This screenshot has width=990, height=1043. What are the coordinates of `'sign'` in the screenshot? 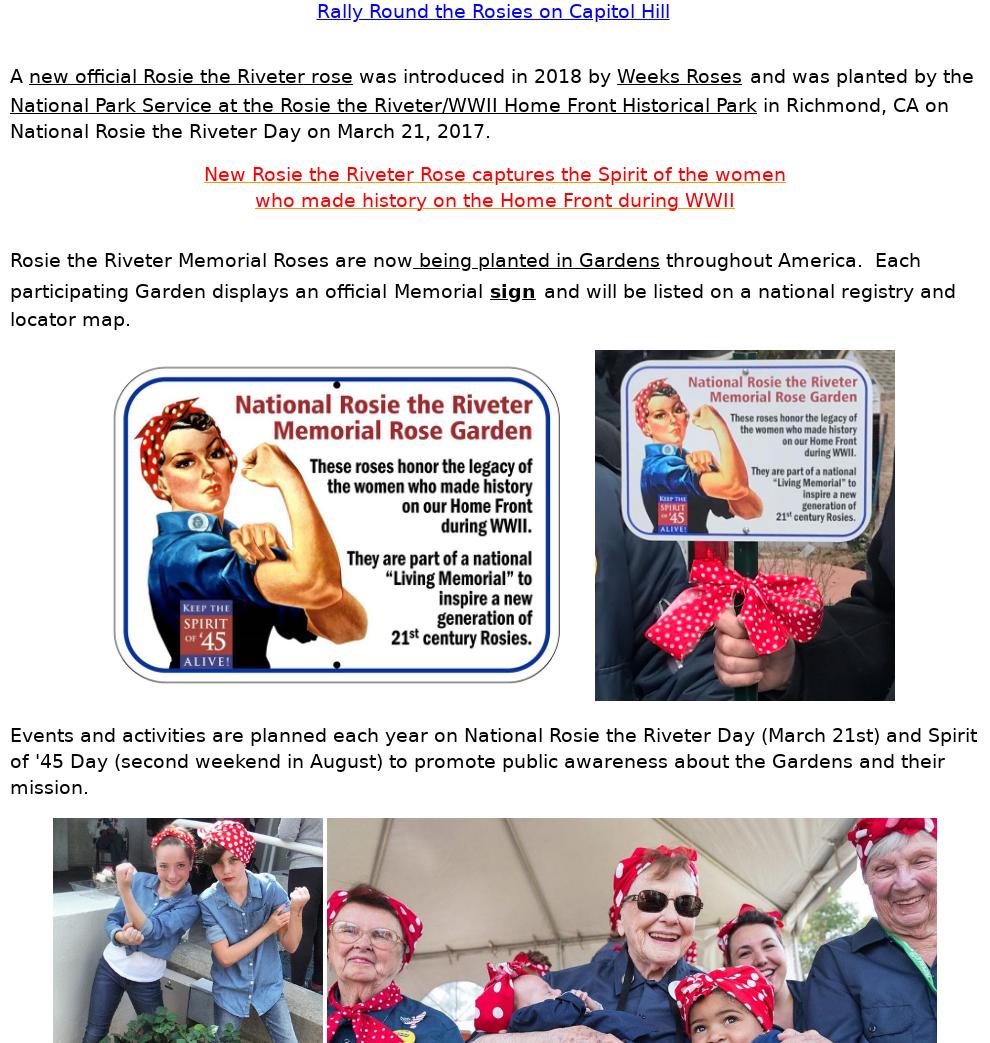 It's located at (489, 290).